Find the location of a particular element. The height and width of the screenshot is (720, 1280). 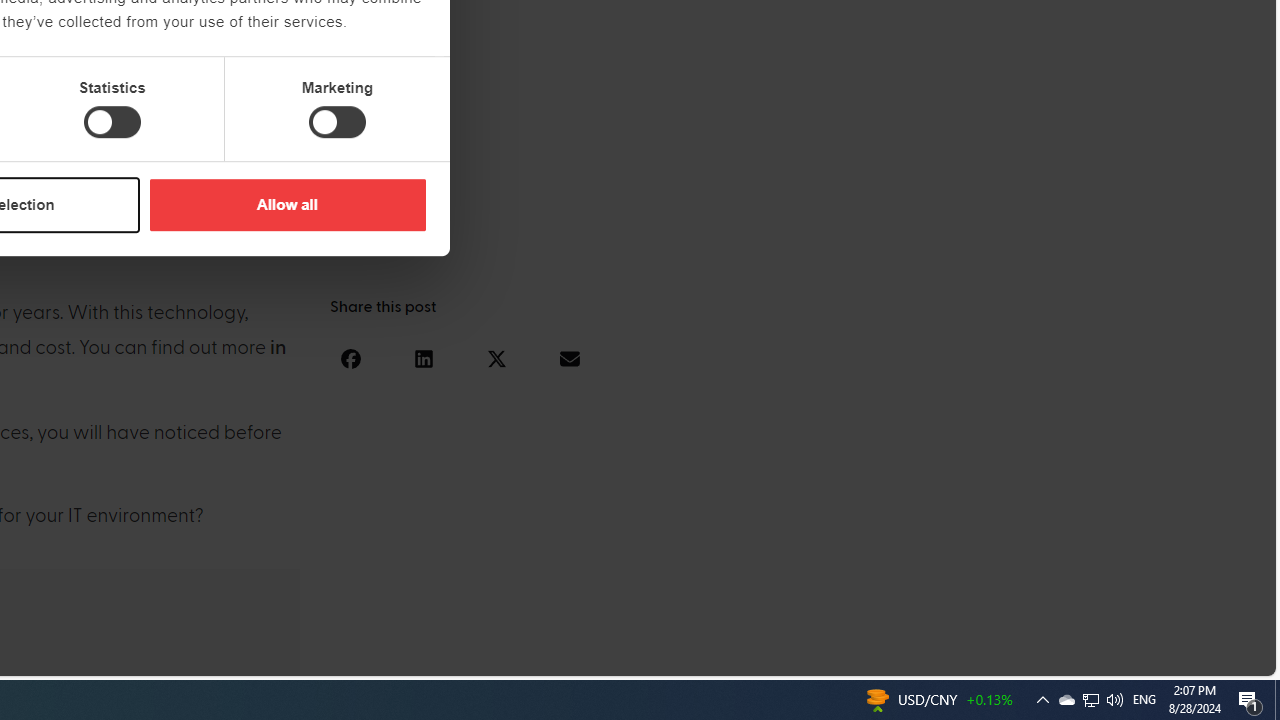

'Share on facebook' is located at coordinates (350, 357).